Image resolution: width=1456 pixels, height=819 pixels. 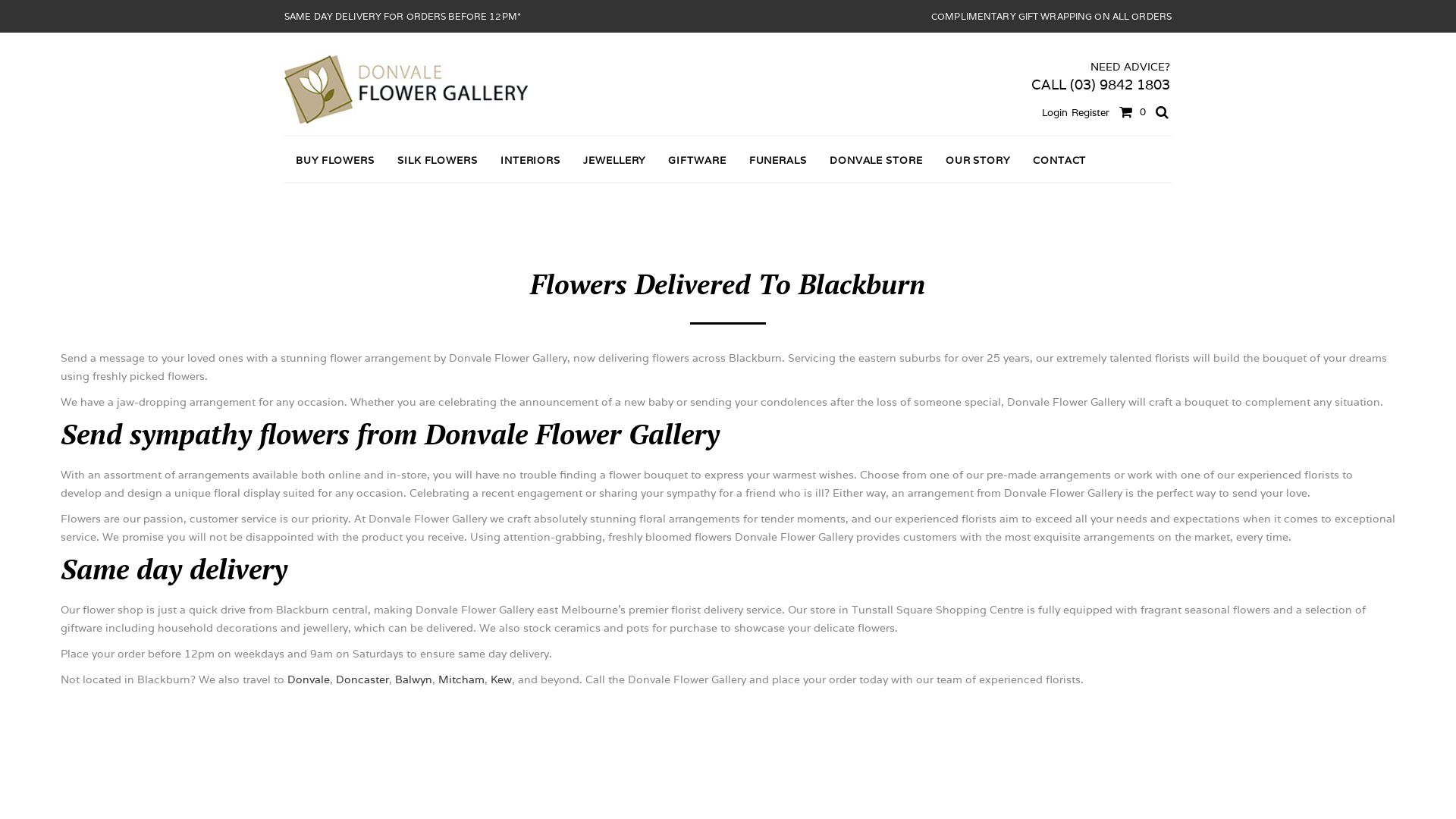 What do you see at coordinates (1129, 110) in the screenshot?
I see `'0'` at bounding box center [1129, 110].